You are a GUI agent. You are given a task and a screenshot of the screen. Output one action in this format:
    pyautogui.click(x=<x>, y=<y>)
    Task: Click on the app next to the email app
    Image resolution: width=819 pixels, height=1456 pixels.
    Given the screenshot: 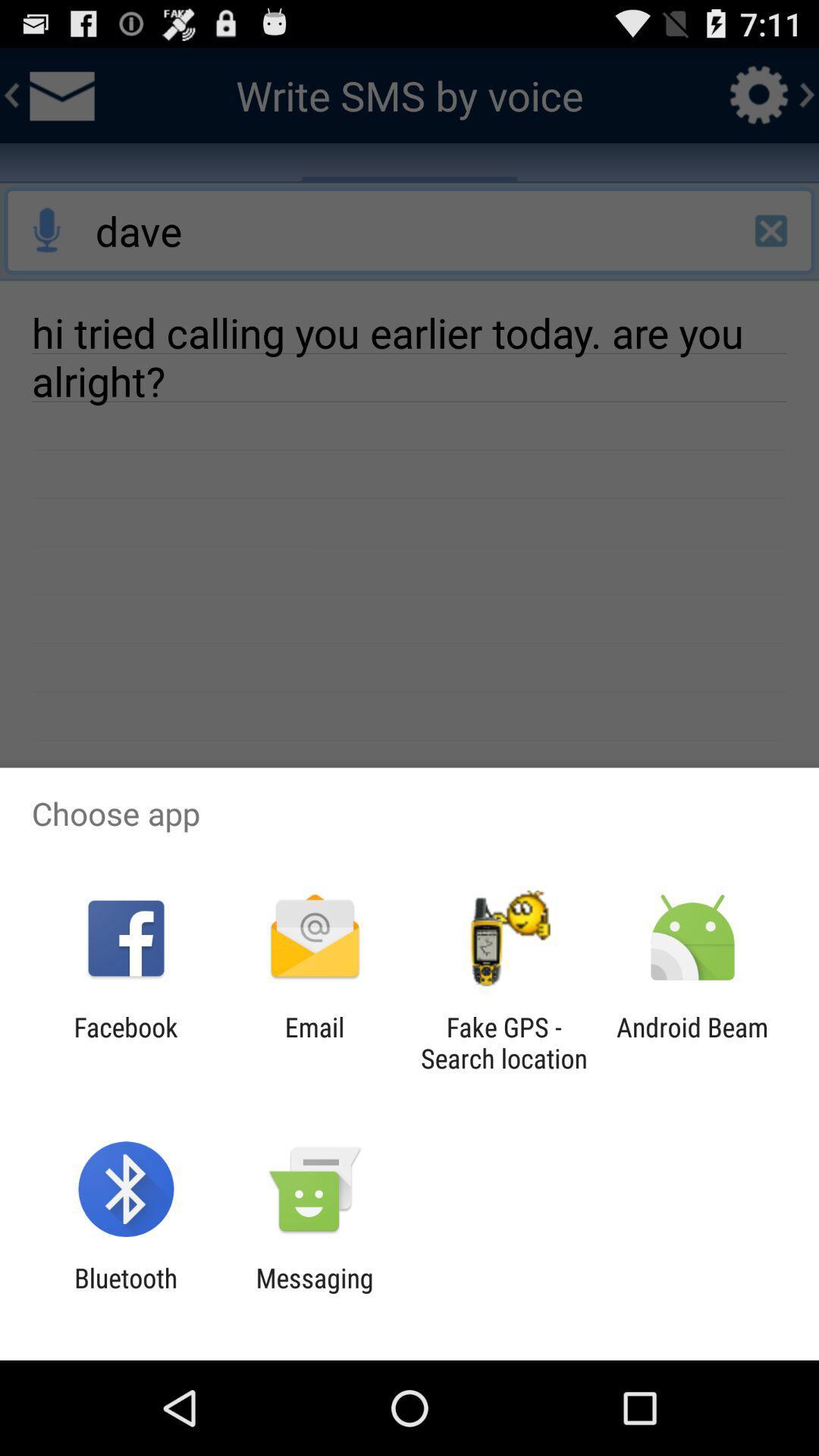 What is the action you would take?
    pyautogui.click(x=125, y=1042)
    